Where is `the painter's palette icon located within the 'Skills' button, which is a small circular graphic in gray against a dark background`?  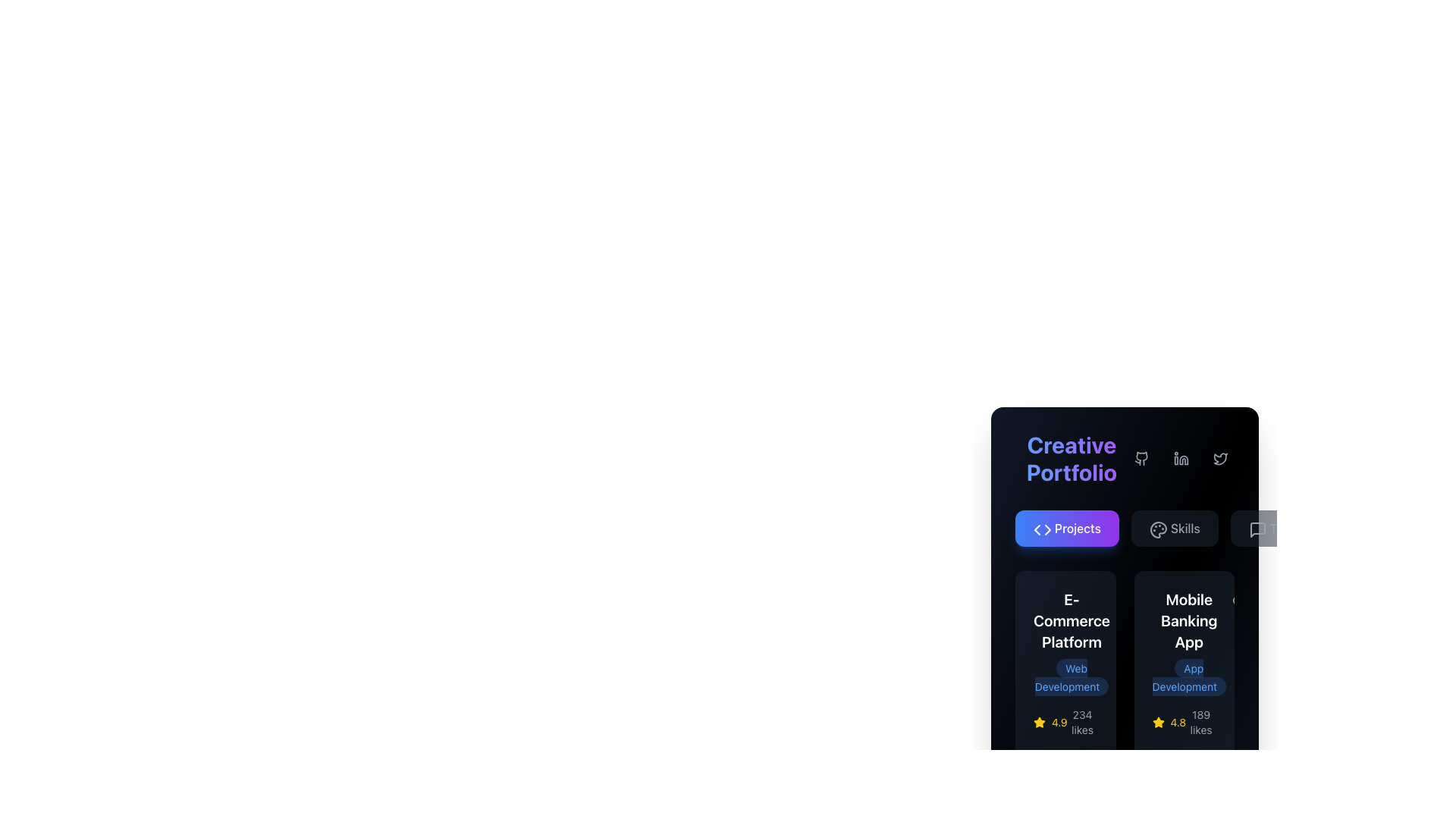
the painter's palette icon located within the 'Skills' button, which is a small circular graphic in gray against a dark background is located at coordinates (1156, 528).